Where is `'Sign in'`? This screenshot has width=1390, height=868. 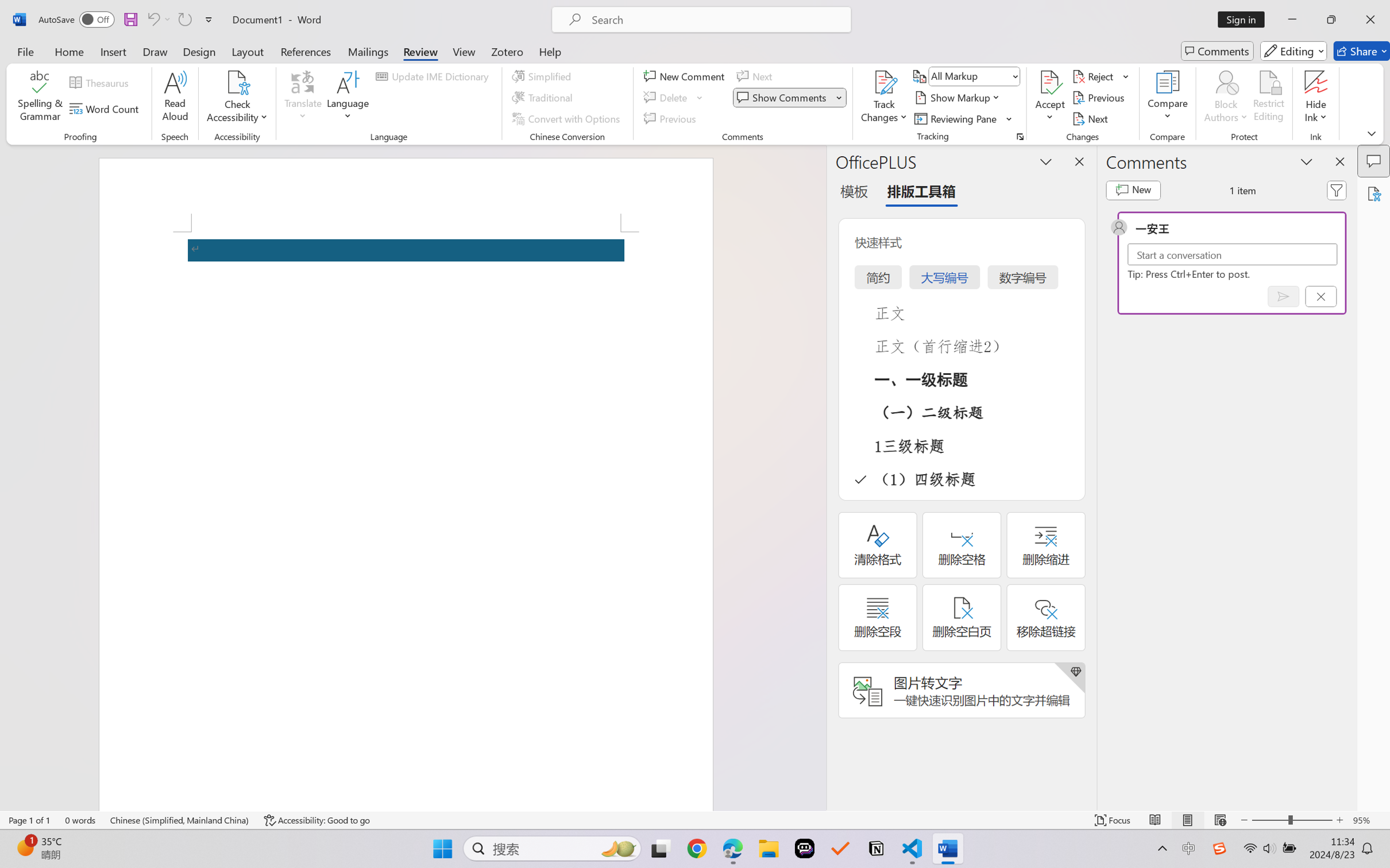 'Sign in' is located at coordinates (1245, 19).